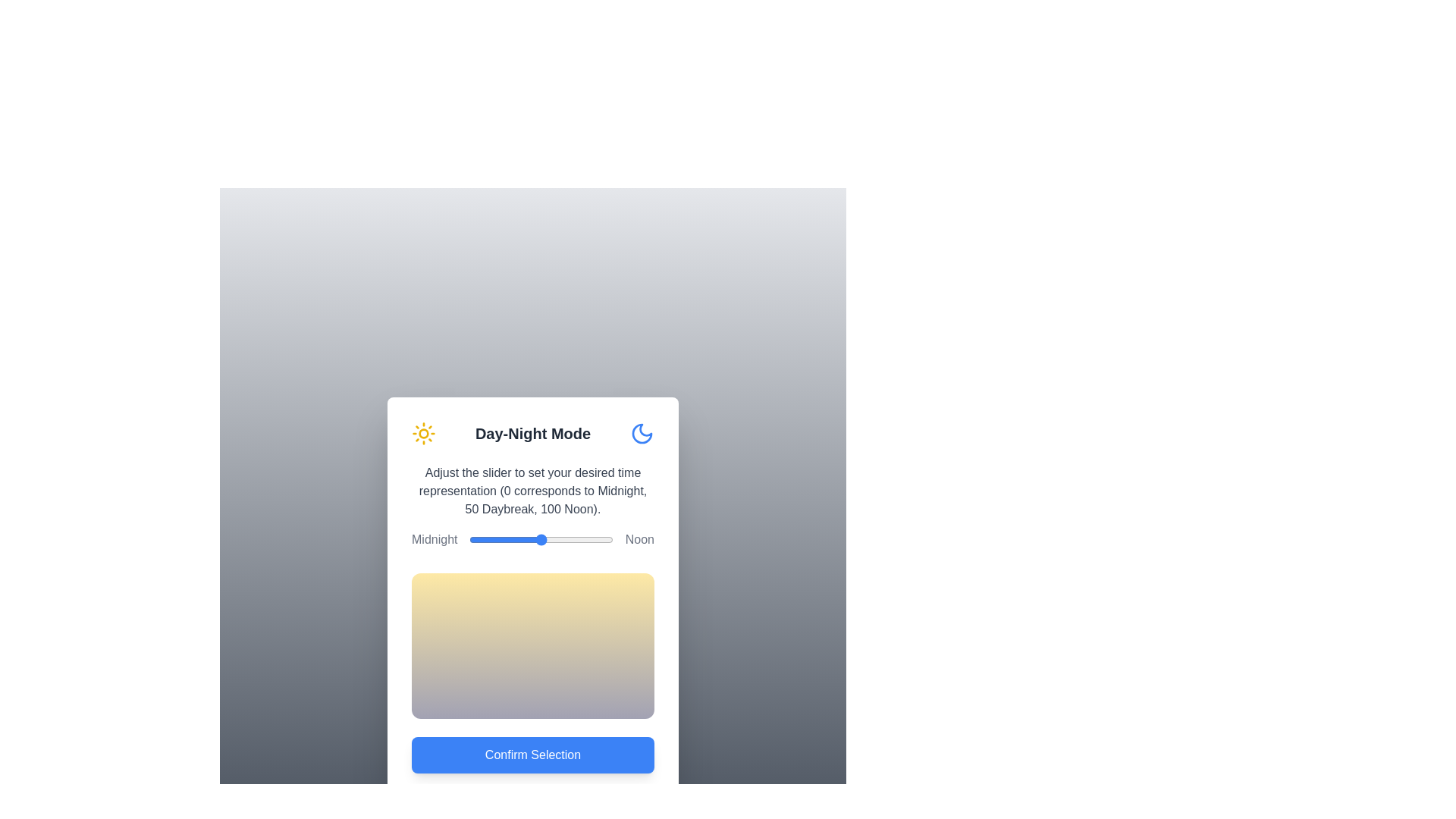  What do you see at coordinates (495, 539) in the screenshot?
I see `the slider to set the time representation to 18` at bounding box center [495, 539].